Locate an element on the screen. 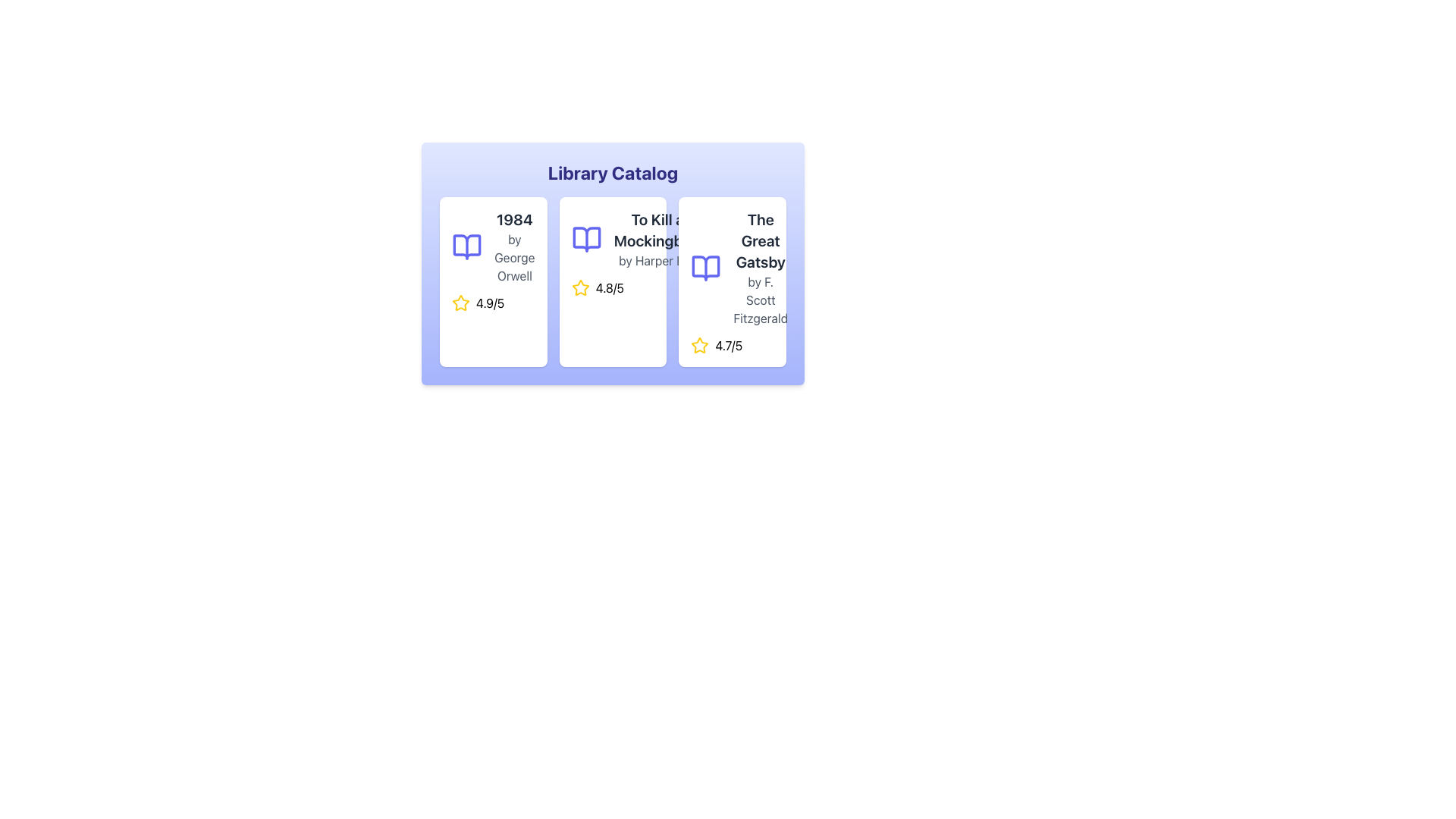 The image size is (1456, 819). the book icon that represents the content type in the Library Catalog card layout, positioned above the text '1984 by George Orwell' is located at coordinates (466, 246).